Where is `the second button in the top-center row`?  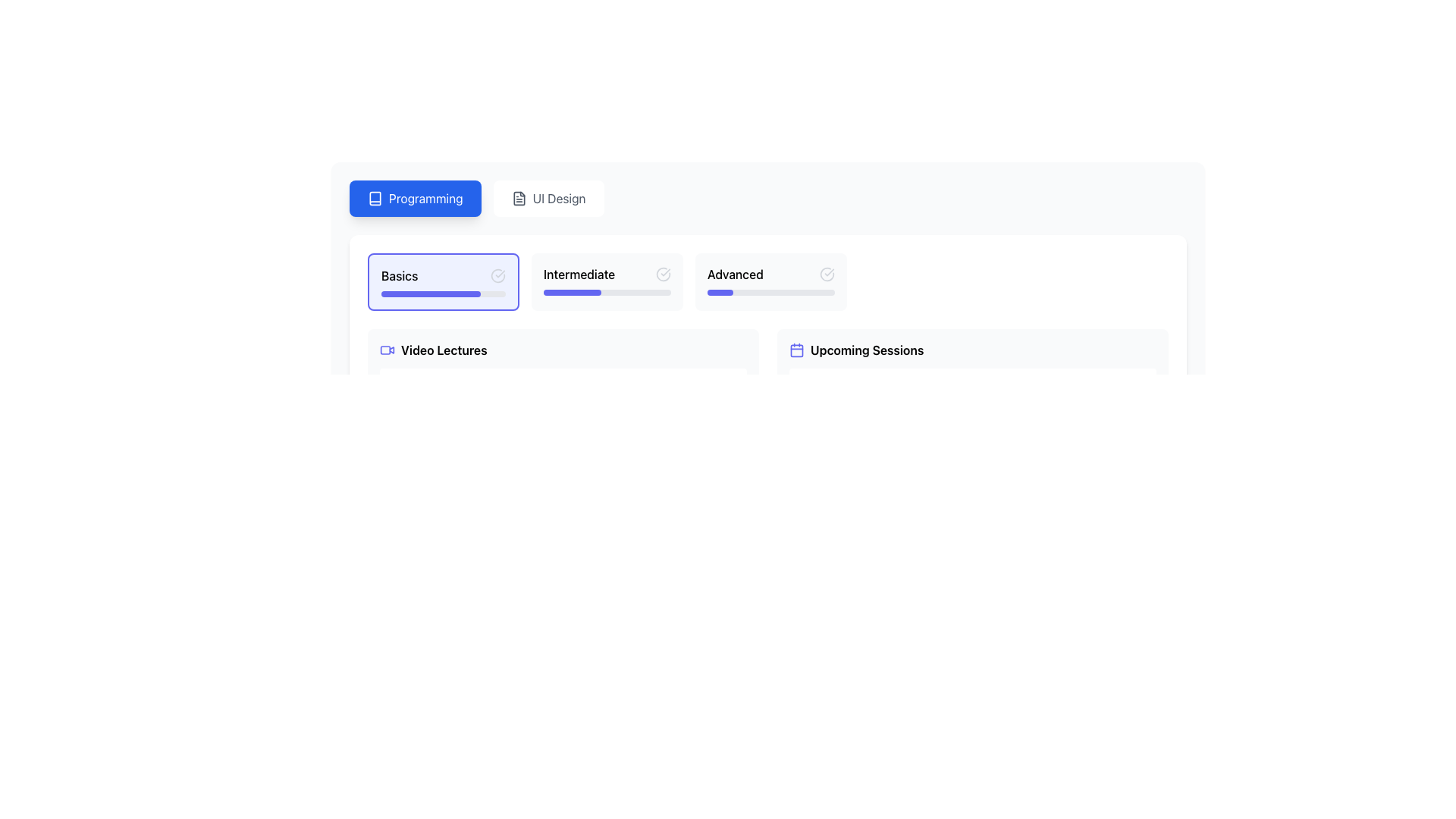 the second button in the top-center row is located at coordinates (548, 198).